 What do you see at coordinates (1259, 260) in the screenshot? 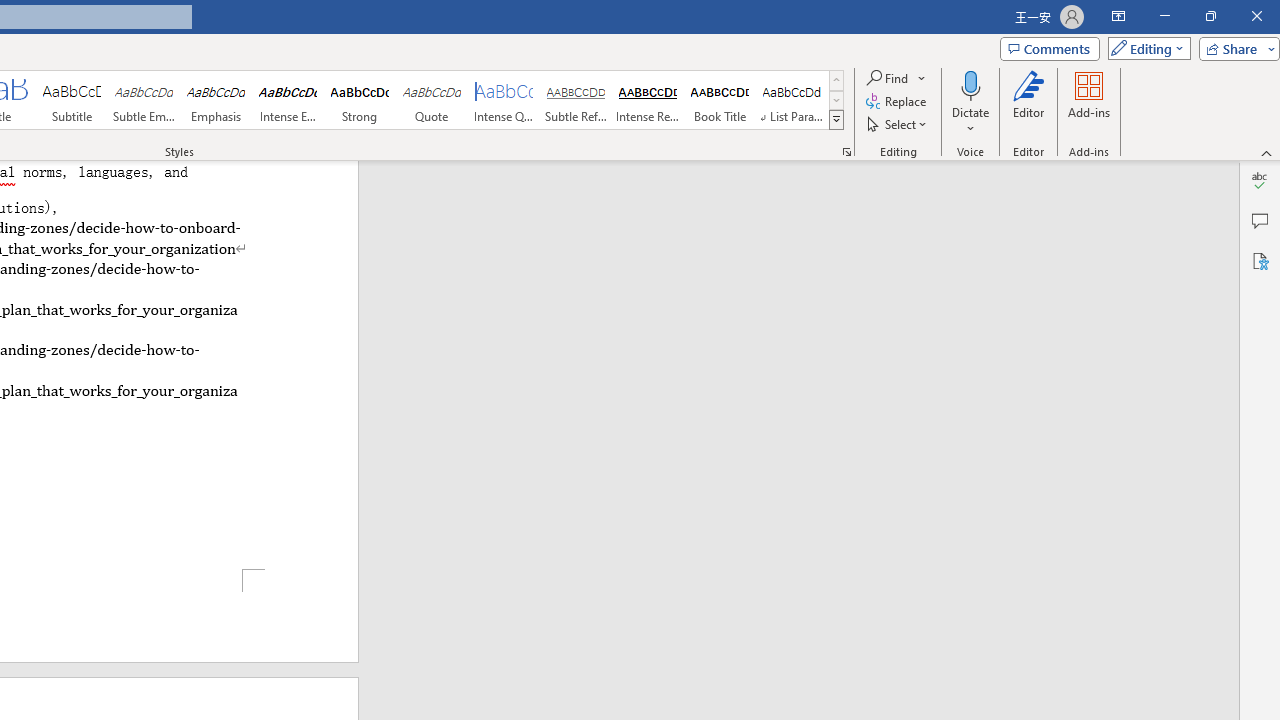
I see `'Accessibility'` at bounding box center [1259, 260].